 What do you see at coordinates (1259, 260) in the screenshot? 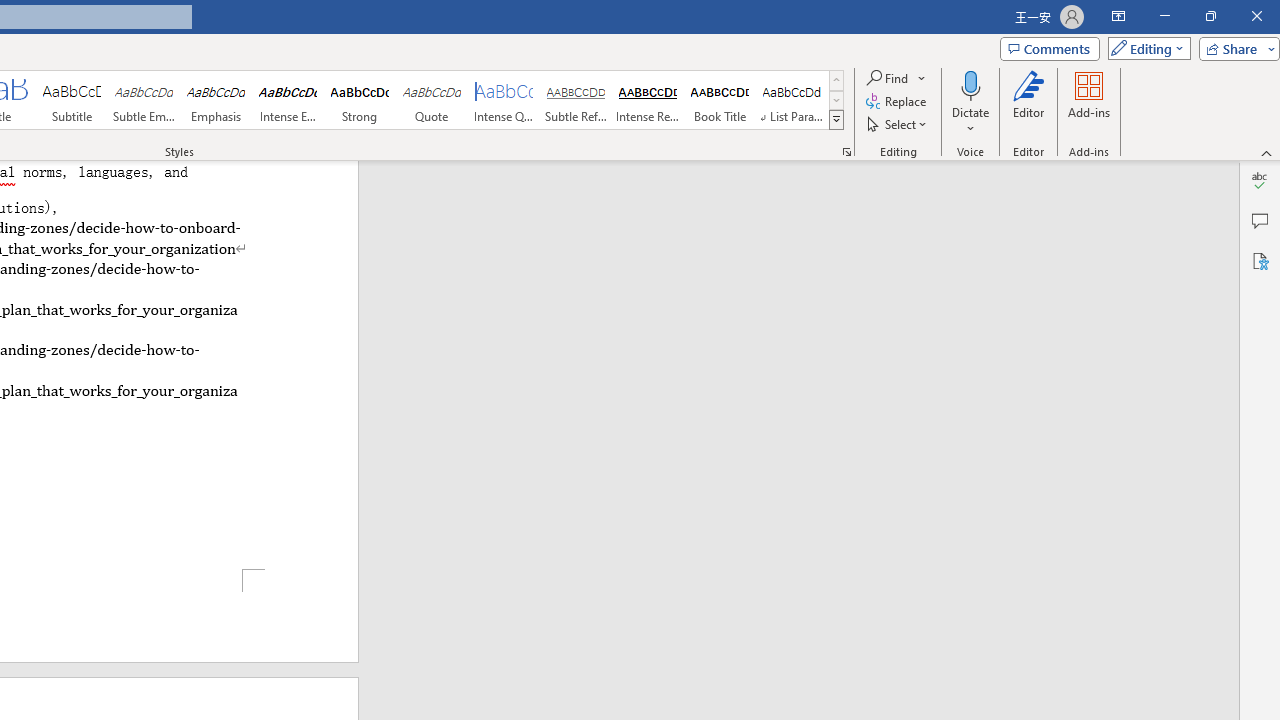
I see `'Accessibility'` at bounding box center [1259, 260].